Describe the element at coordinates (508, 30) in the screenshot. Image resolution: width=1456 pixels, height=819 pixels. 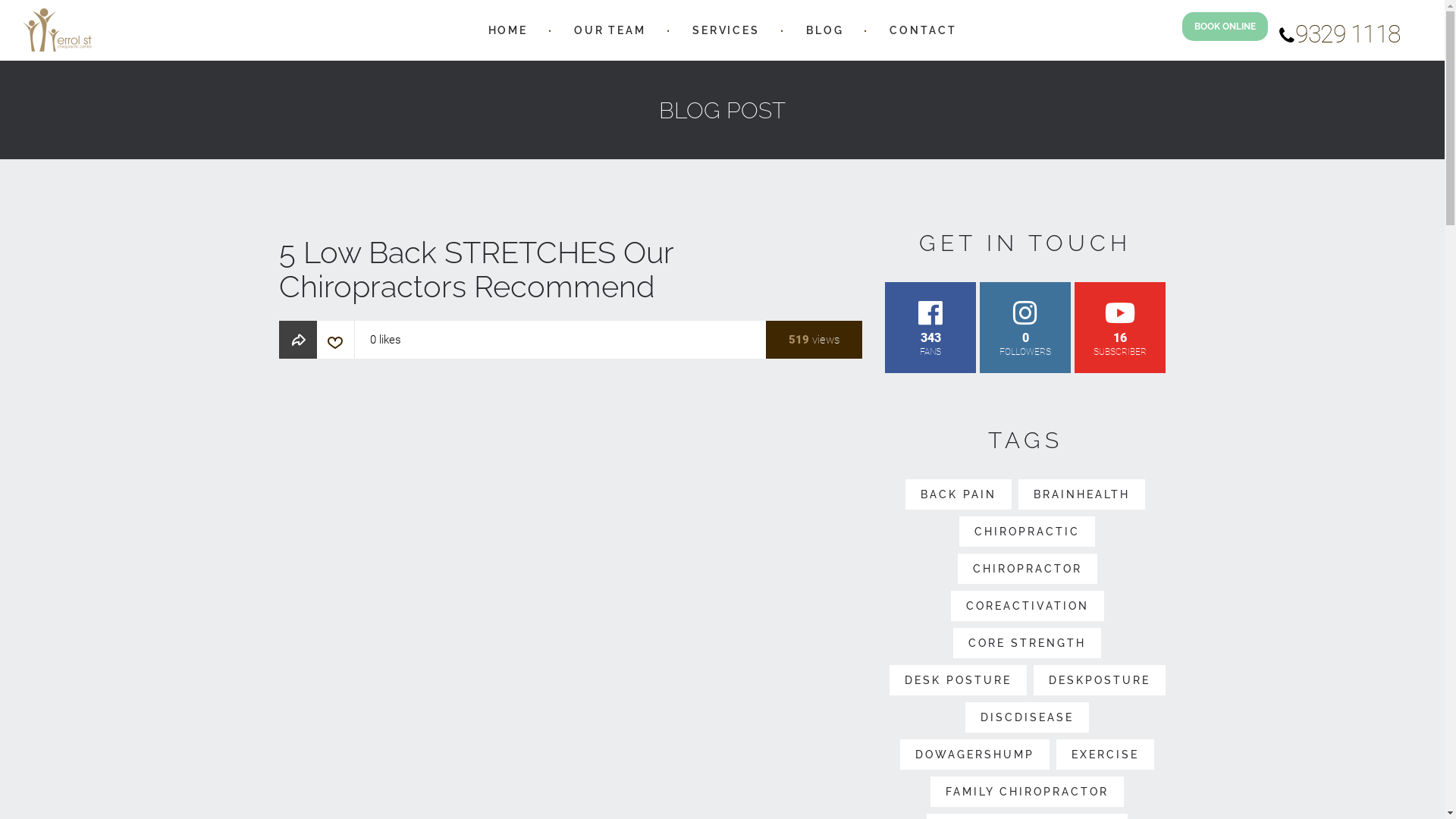
I see `'HOME'` at that location.